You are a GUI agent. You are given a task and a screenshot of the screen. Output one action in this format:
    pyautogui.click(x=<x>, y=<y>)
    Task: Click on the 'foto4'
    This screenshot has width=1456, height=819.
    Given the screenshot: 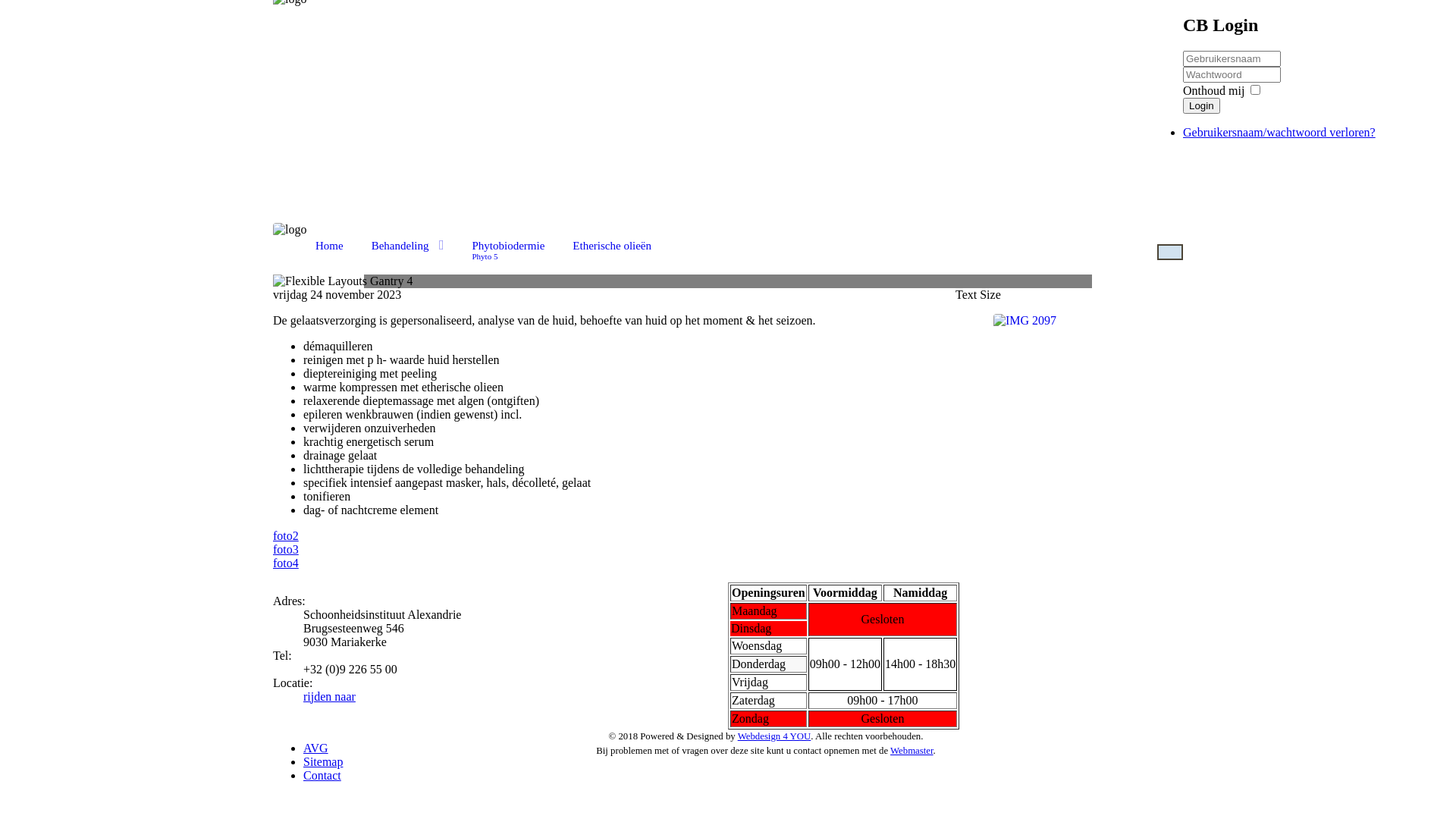 What is the action you would take?
    pyautogui.click(x=273, y=563)
    